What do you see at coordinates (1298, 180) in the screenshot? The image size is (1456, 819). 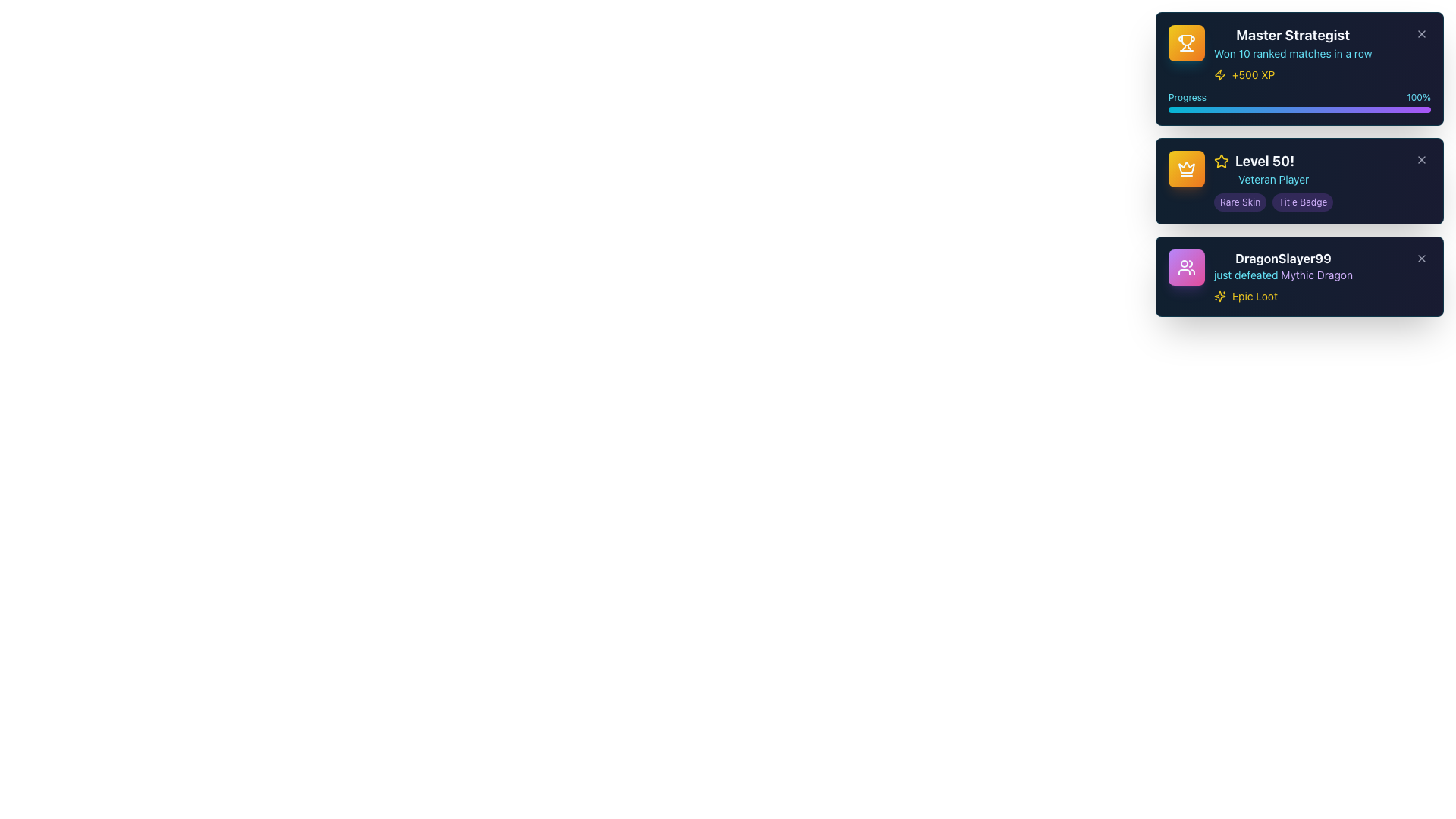 I see `the Notification Card located between the 'Master Strategist' card and the 'DragonSlayer99' card in the top-right corner of the interface` at bounding box center [1298, 180].